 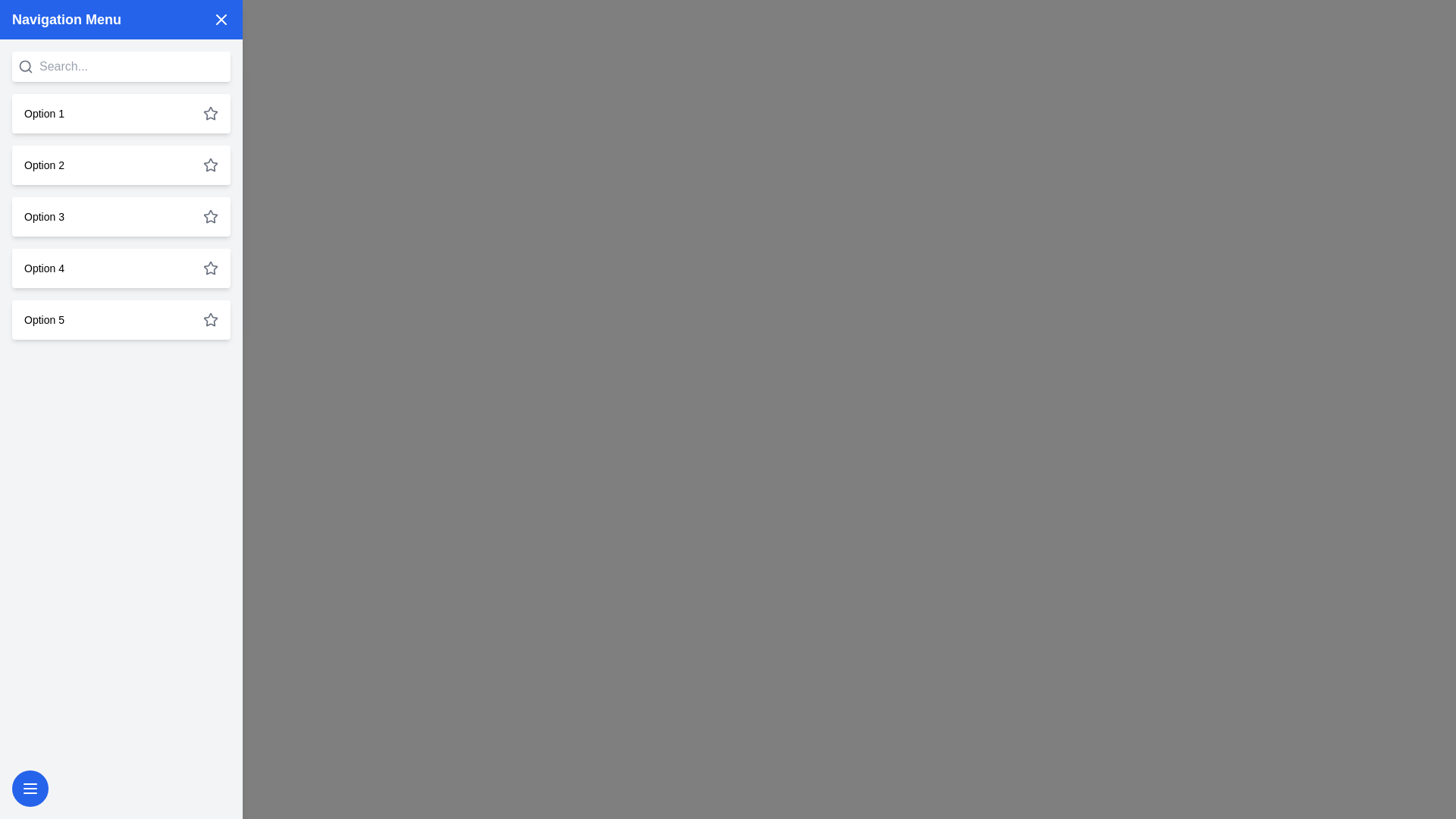 What do you see at coordinates (30, 788) in the screenshot?
I see `the small circular blue button with white iconography` at bounding box center [30, 788].